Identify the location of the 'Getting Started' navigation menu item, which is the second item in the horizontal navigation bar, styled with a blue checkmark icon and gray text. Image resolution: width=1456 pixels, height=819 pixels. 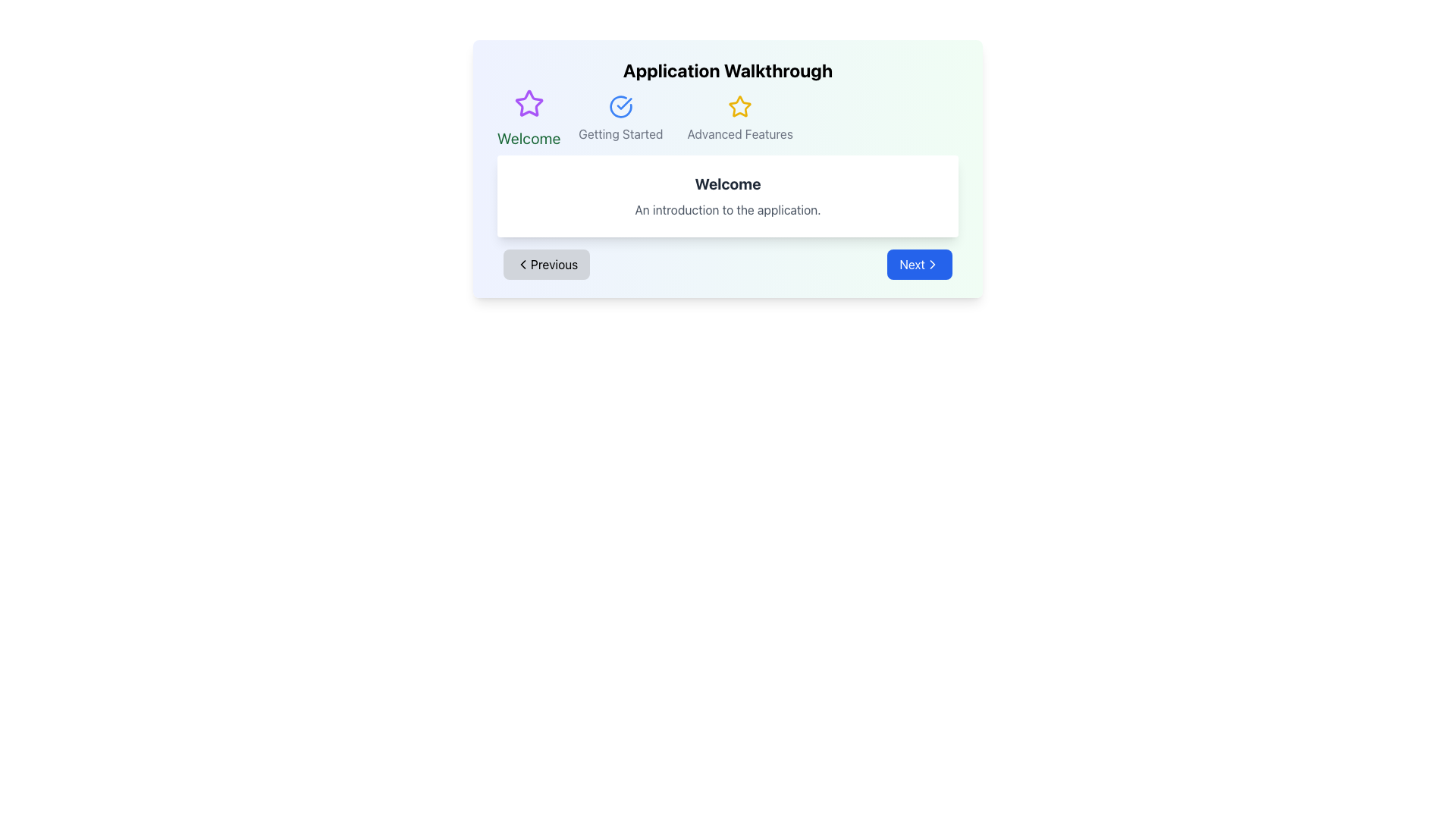
(620, 118).